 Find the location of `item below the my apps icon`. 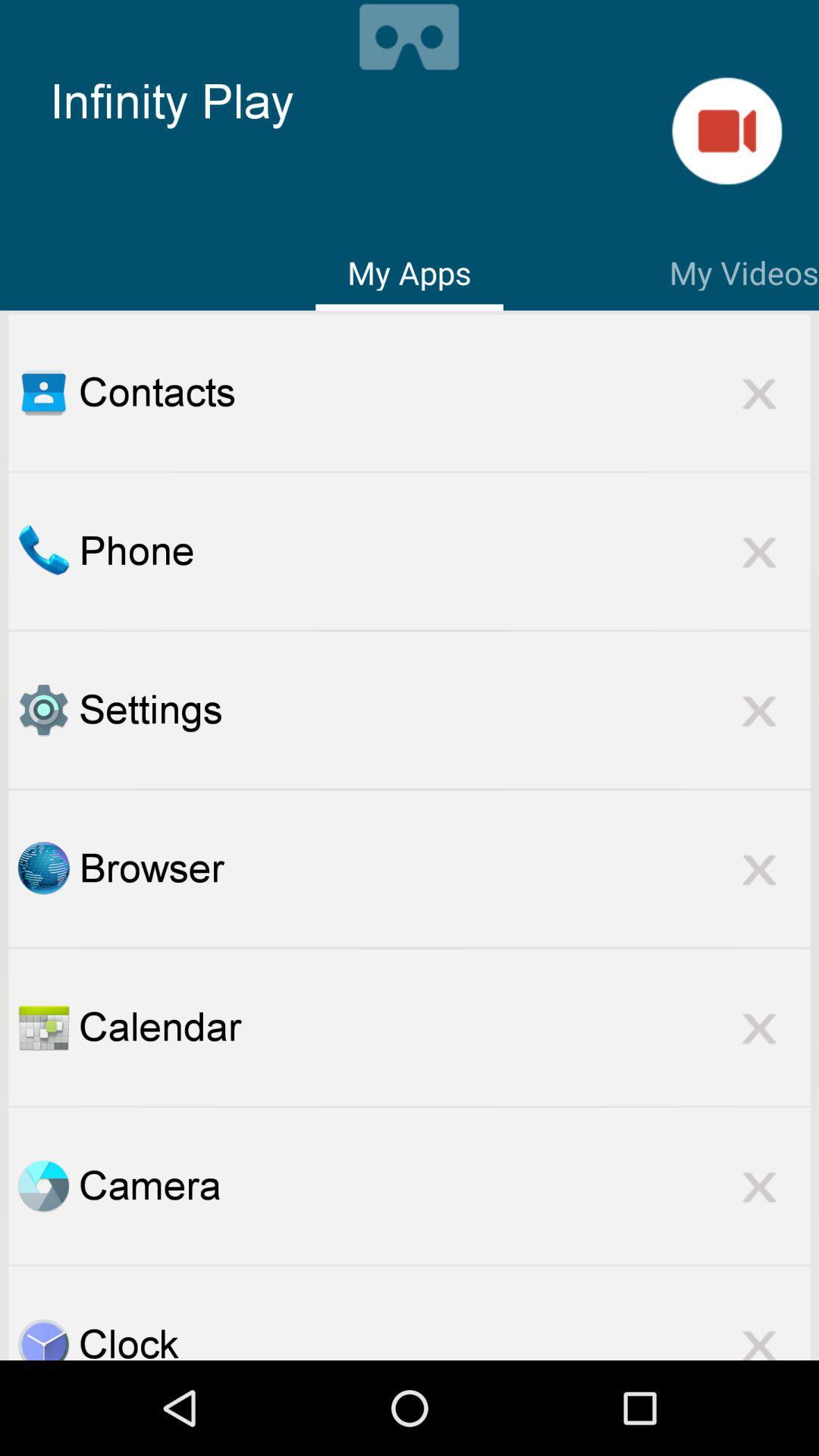

item below the my apps icon is located at coordinates (444, 392).